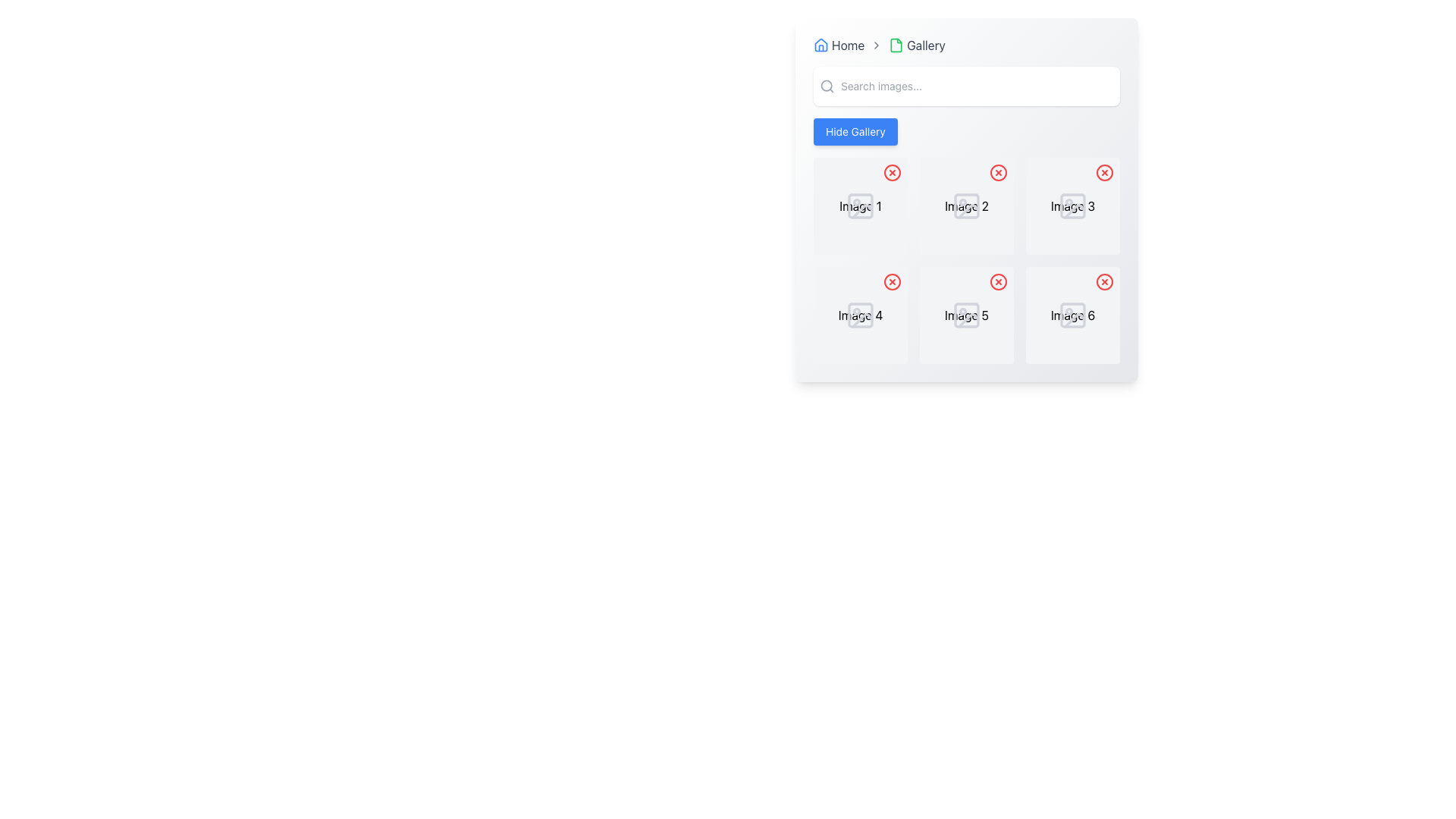  I want to click on the Search Input Field located underneath the breadcrumb navigation labeled 'Home > Gallery', so click(966, 86).